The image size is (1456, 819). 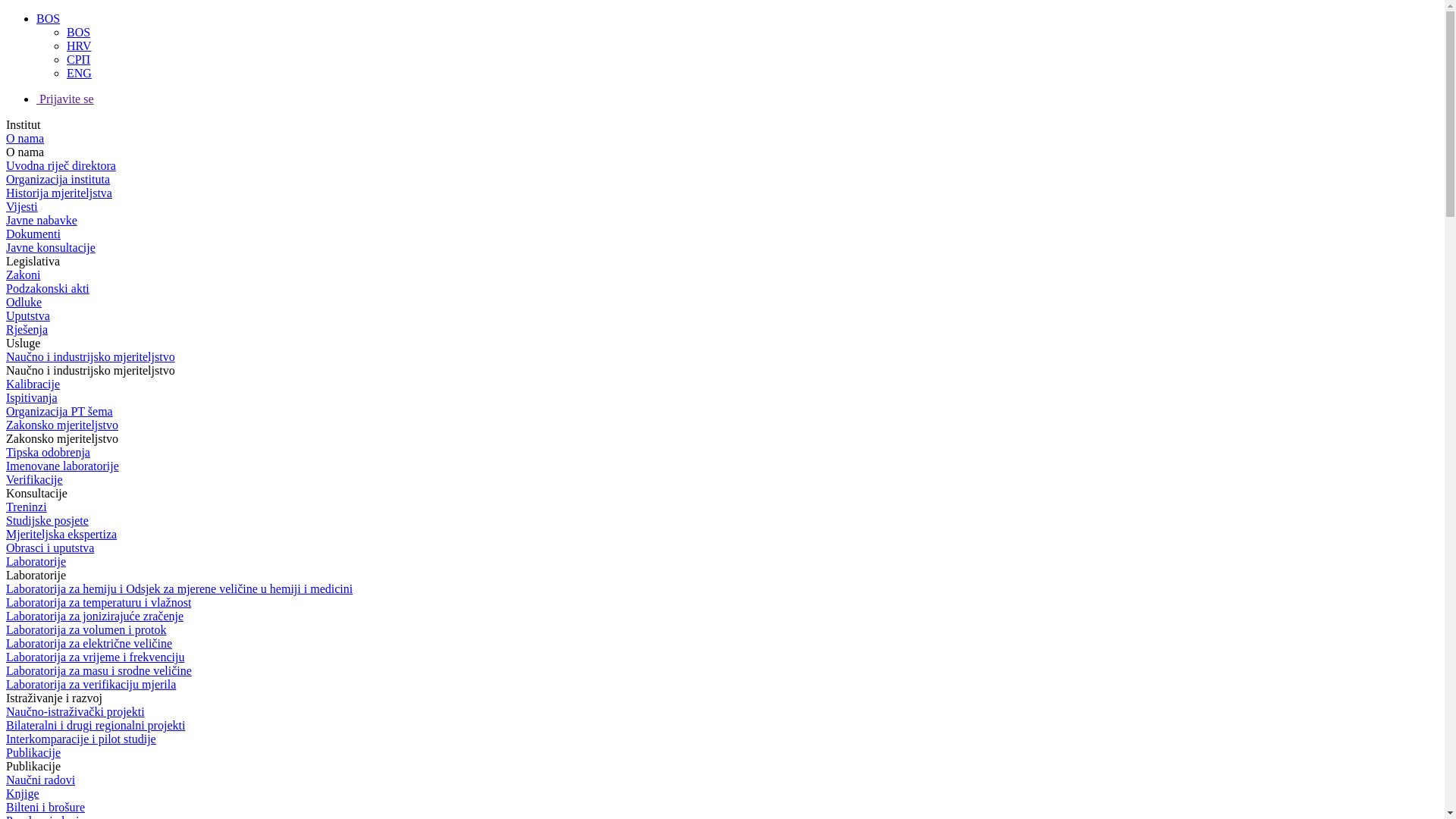 I want to click on 'Laboratorije', so click(x=36, y=561).